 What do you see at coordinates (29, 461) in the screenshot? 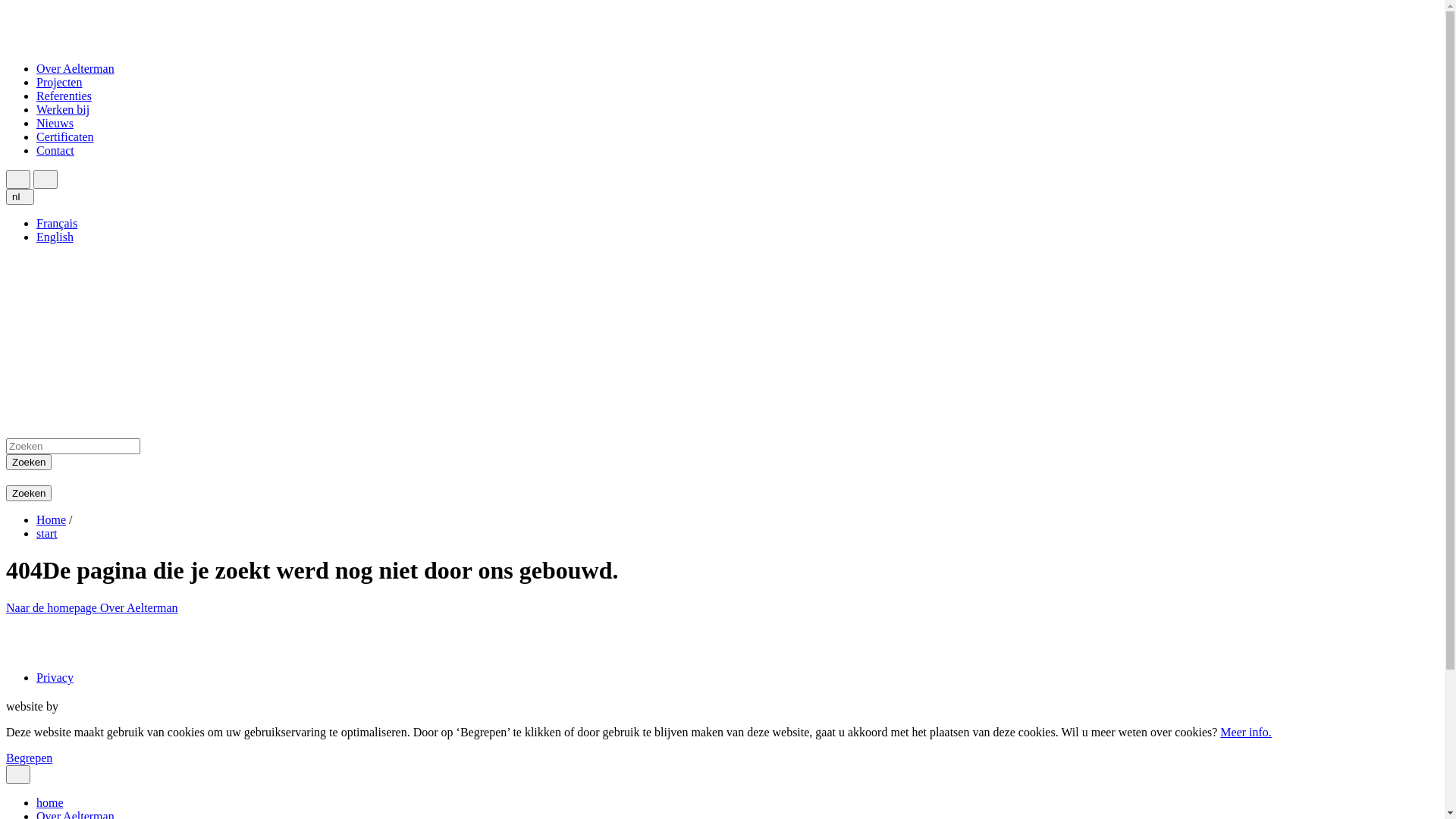
I see `'Zoeken'` at bounding box center [29, 461].